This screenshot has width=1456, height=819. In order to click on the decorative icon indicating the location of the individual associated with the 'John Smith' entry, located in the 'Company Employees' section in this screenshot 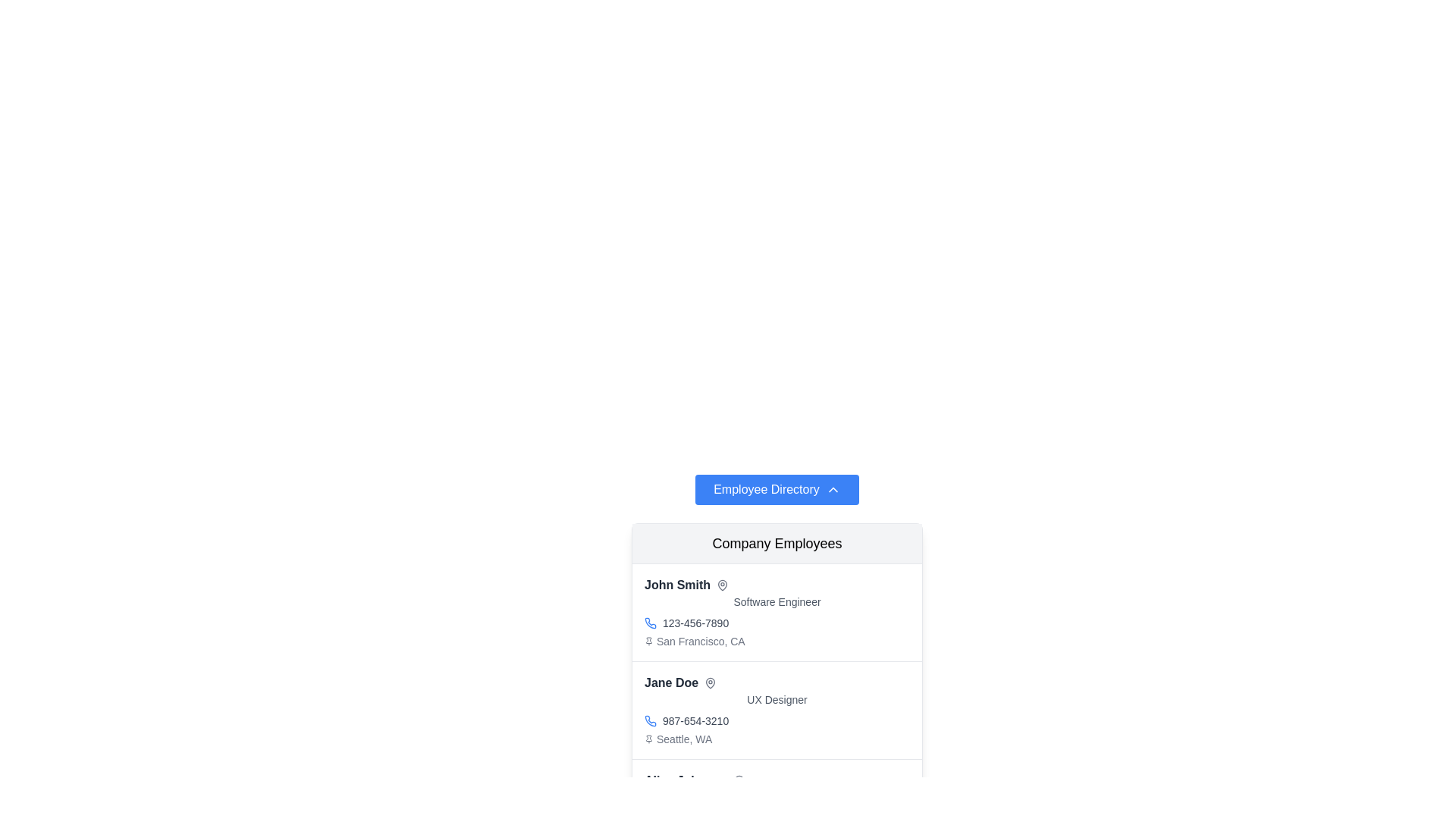, I will do `click(722, 584)`.